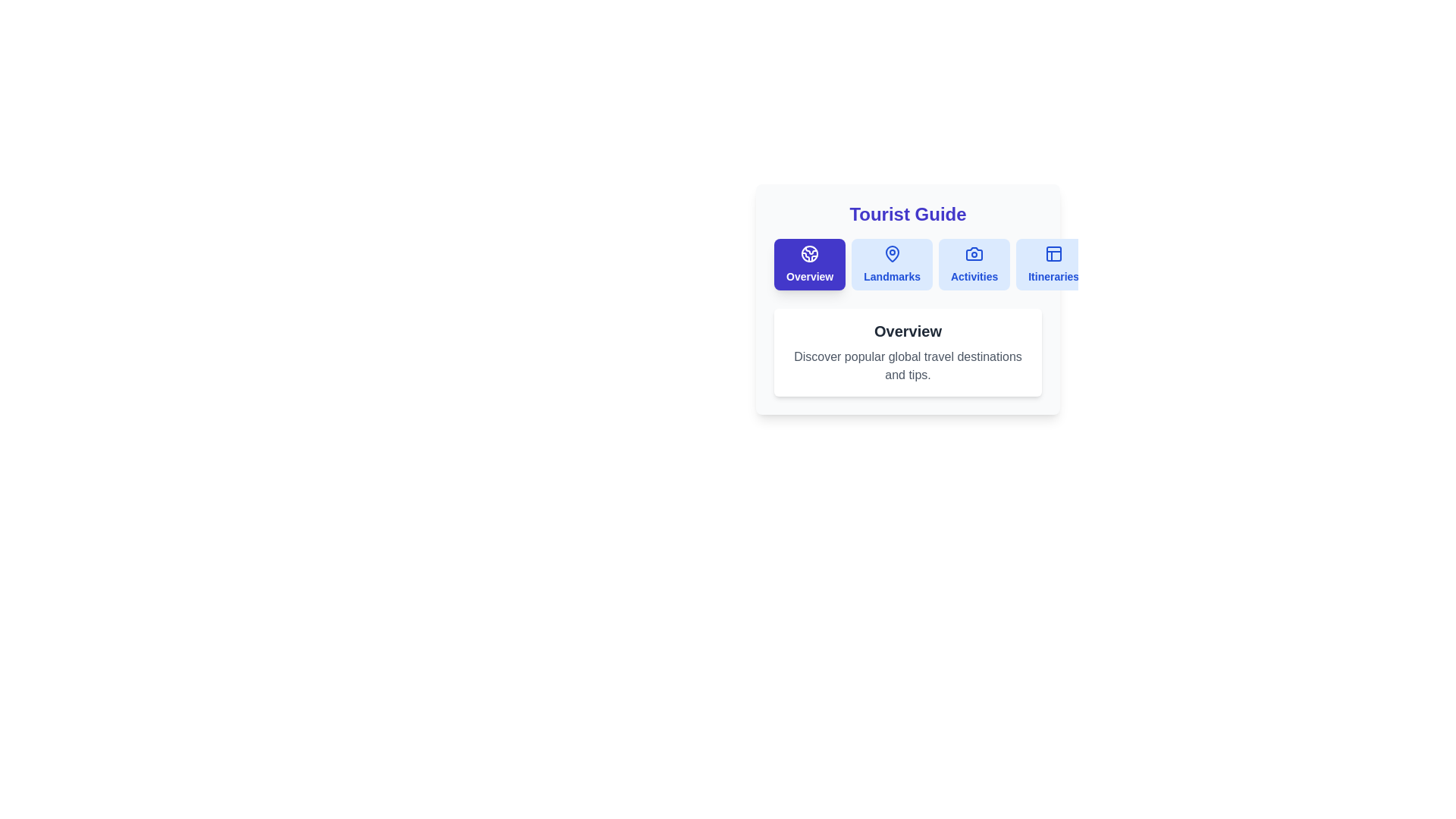  What do you see at coordinates (974, 263) in the screenshot?
I see `the Activities tab` at bounding box center [974, 263].